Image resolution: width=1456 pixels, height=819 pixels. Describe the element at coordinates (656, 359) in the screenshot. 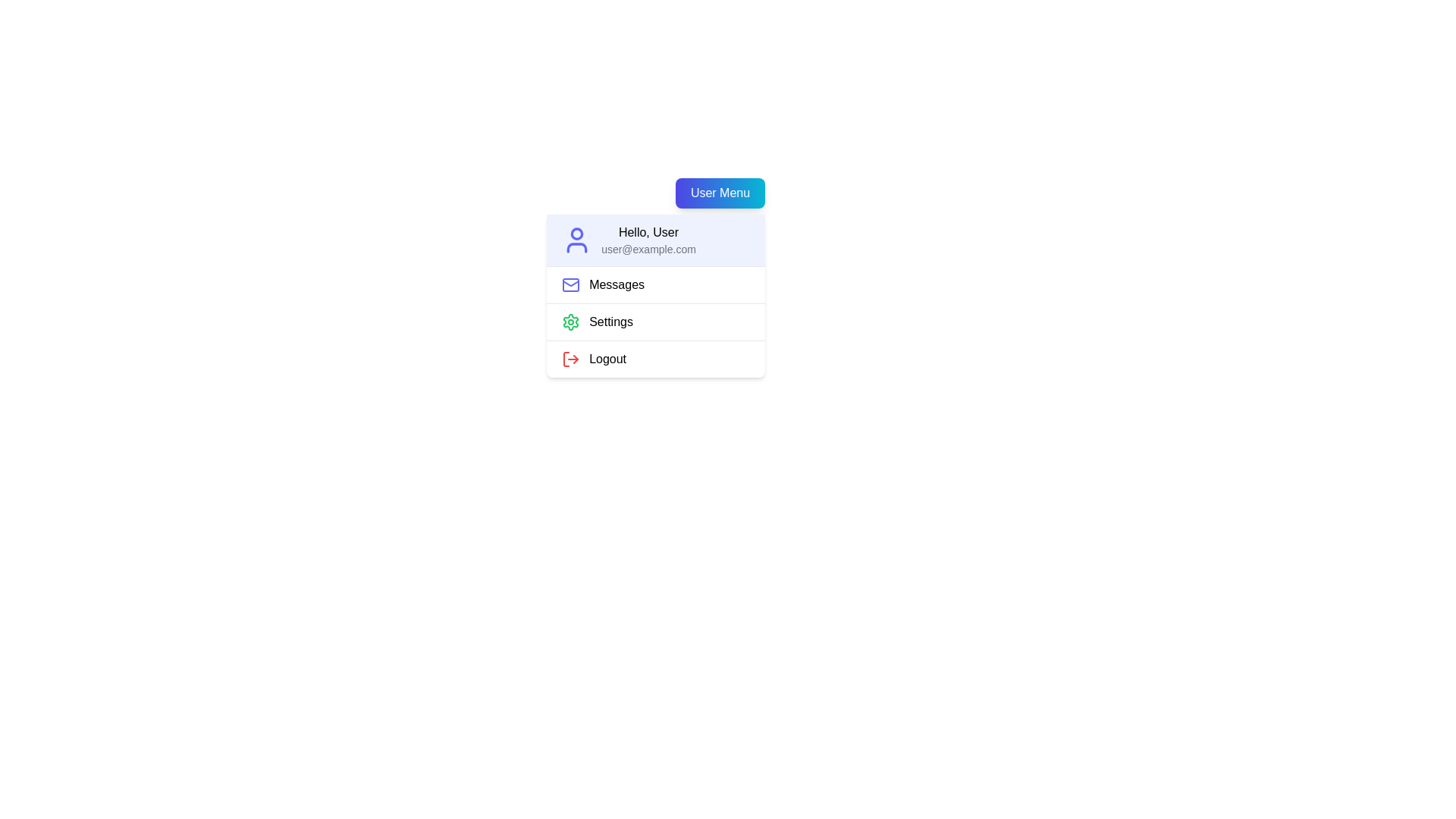

I see `the menu item Logout` at that location.